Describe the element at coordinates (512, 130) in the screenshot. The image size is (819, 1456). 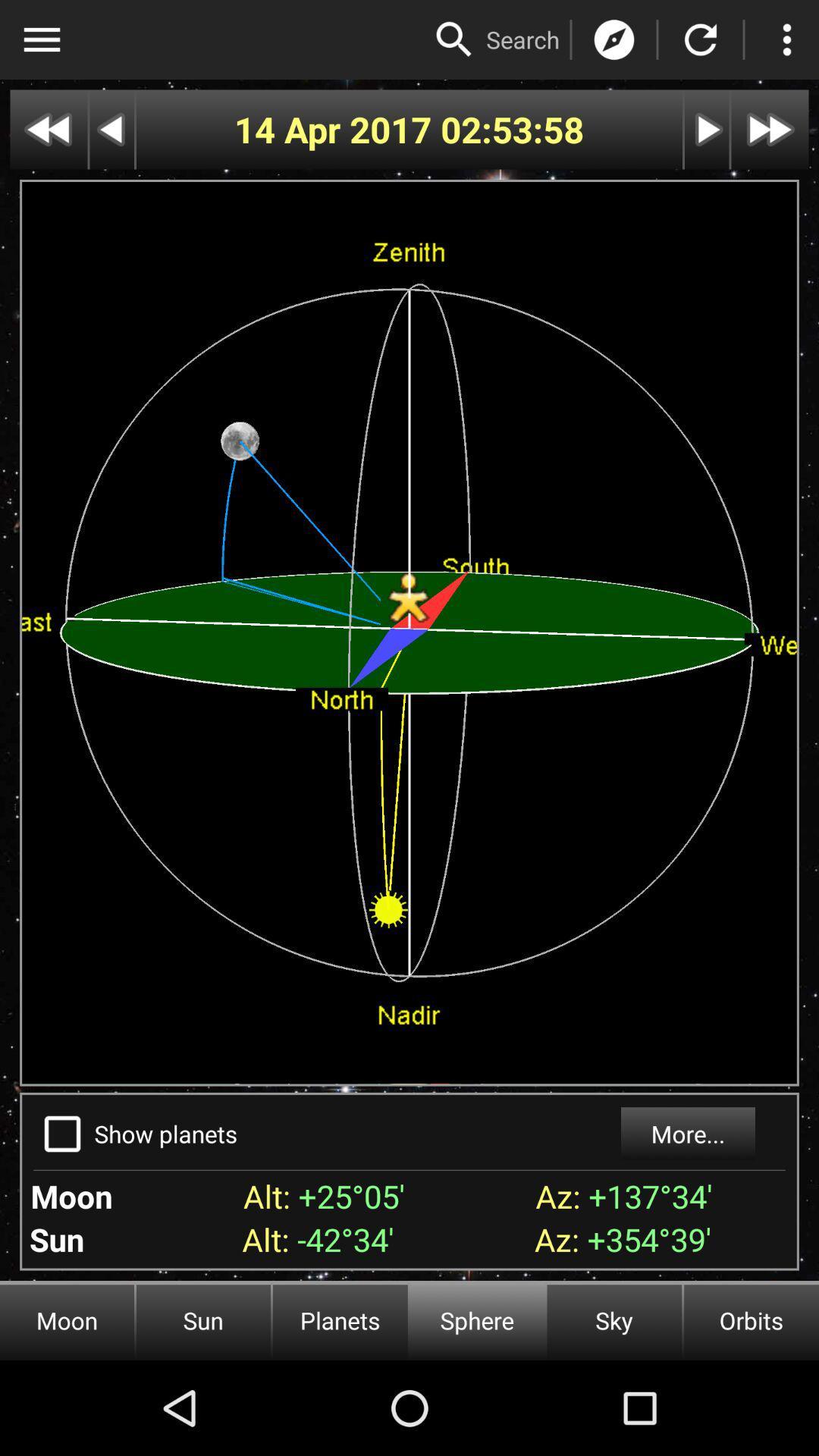
I see `app to the right of the 14 apr 2017  item` at that location.